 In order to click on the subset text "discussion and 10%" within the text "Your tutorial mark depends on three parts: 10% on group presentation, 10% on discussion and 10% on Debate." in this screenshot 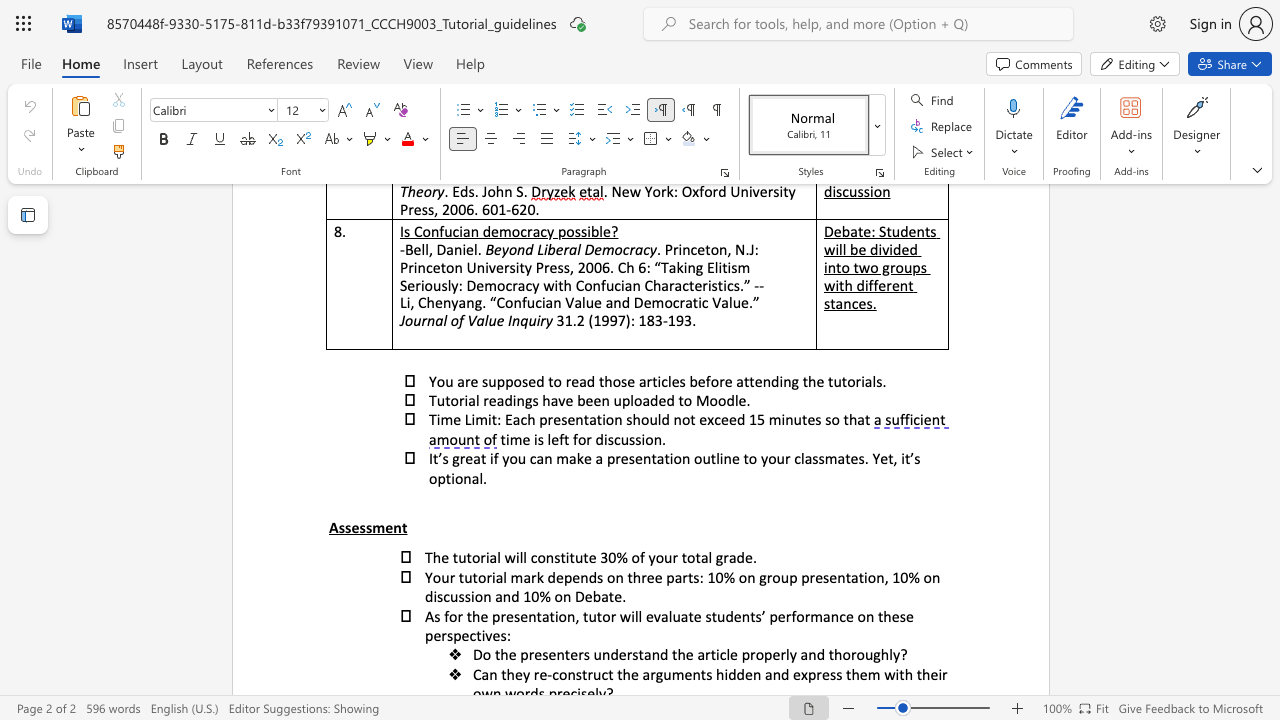, I will do `click(423, 595)`.